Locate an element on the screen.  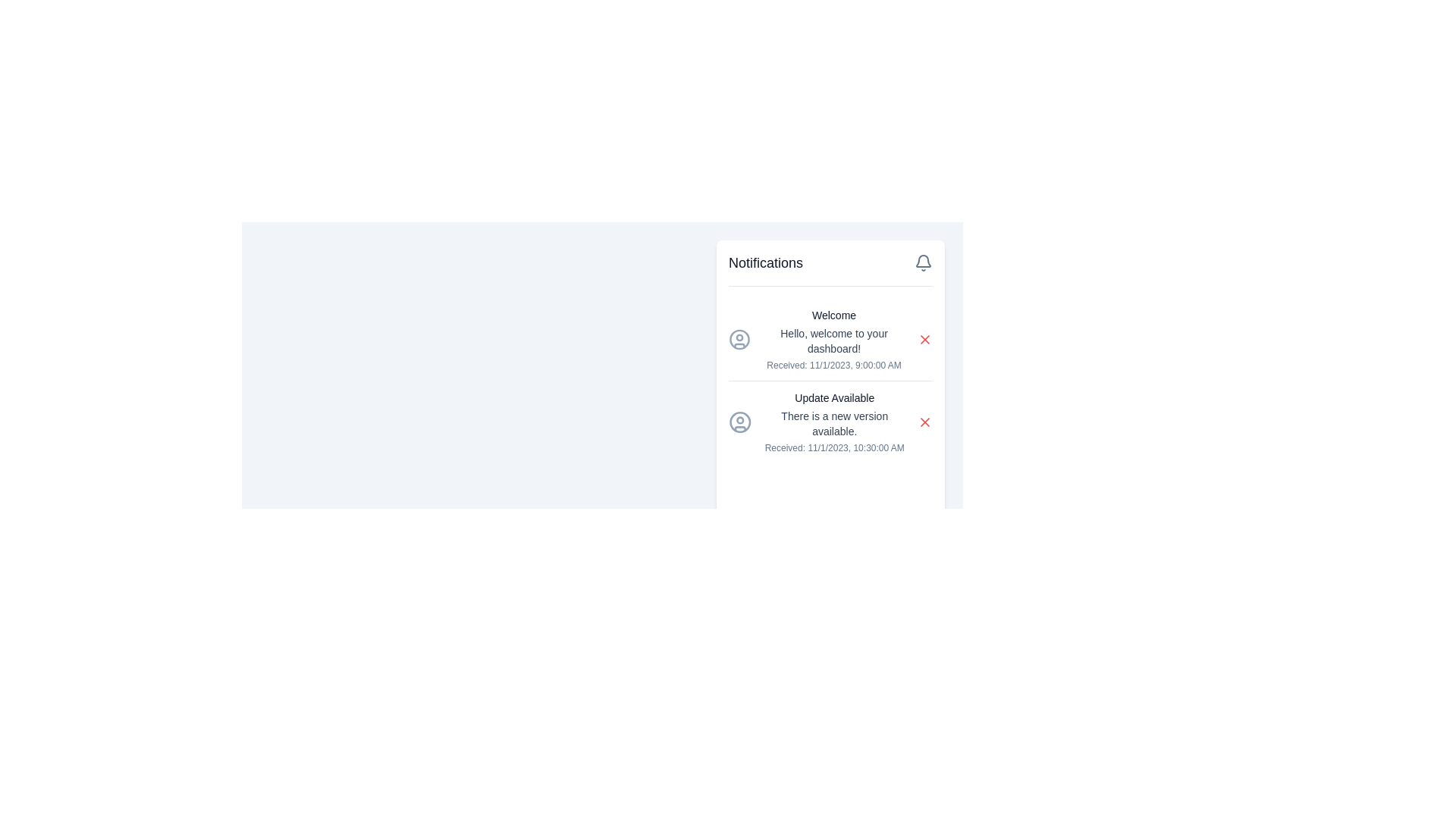
text element displaying 'Hello, welcome to your dashboard!' located in the notification card in the right sidebar below the heading 'Welcome' is located at coordinates (833, 341).